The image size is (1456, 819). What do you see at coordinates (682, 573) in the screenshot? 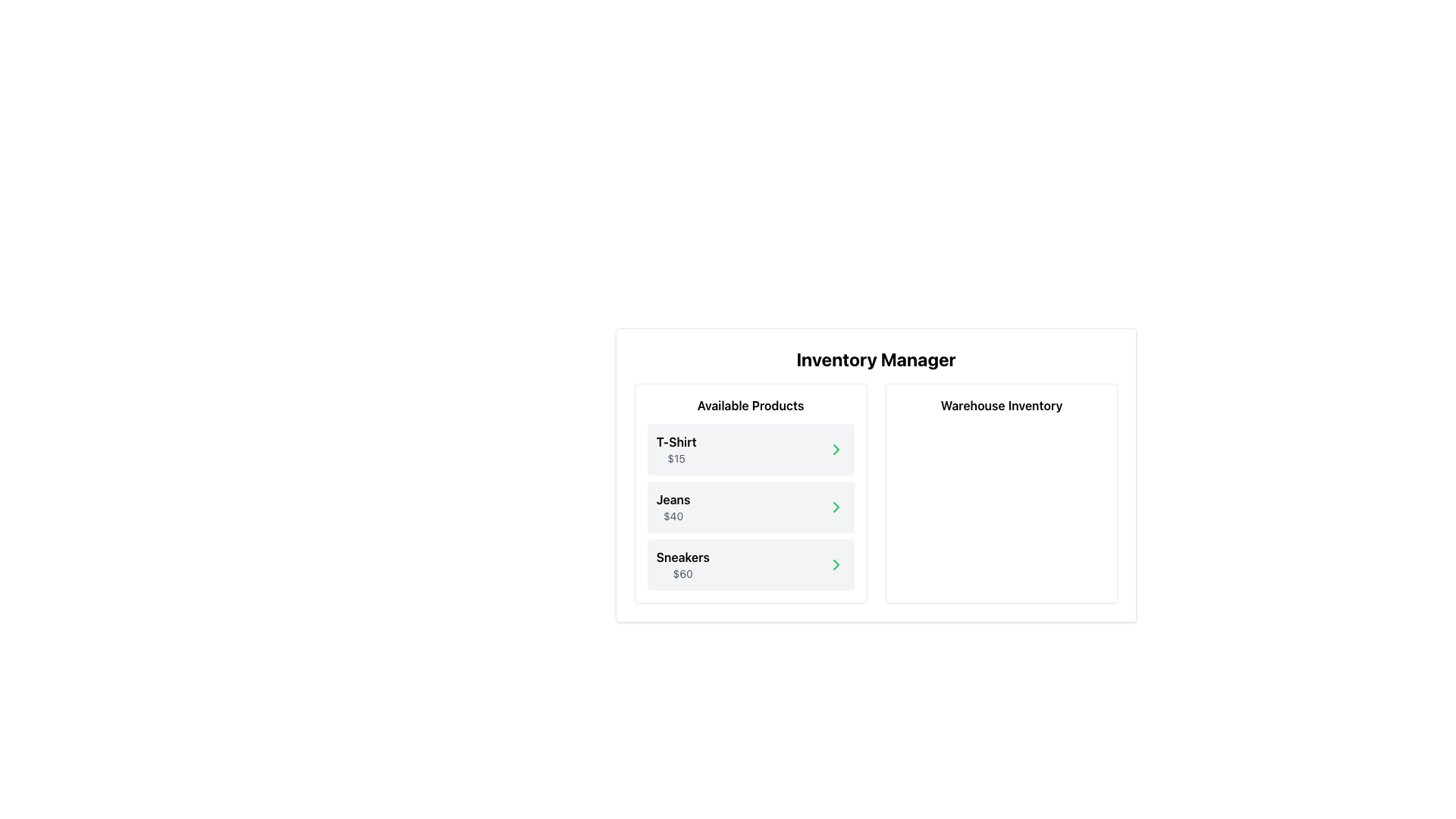
I see `text content of the price tag located in the third card labeled 'Sneakers' within the 'Available Products' section` at bounding box center [682, 573].